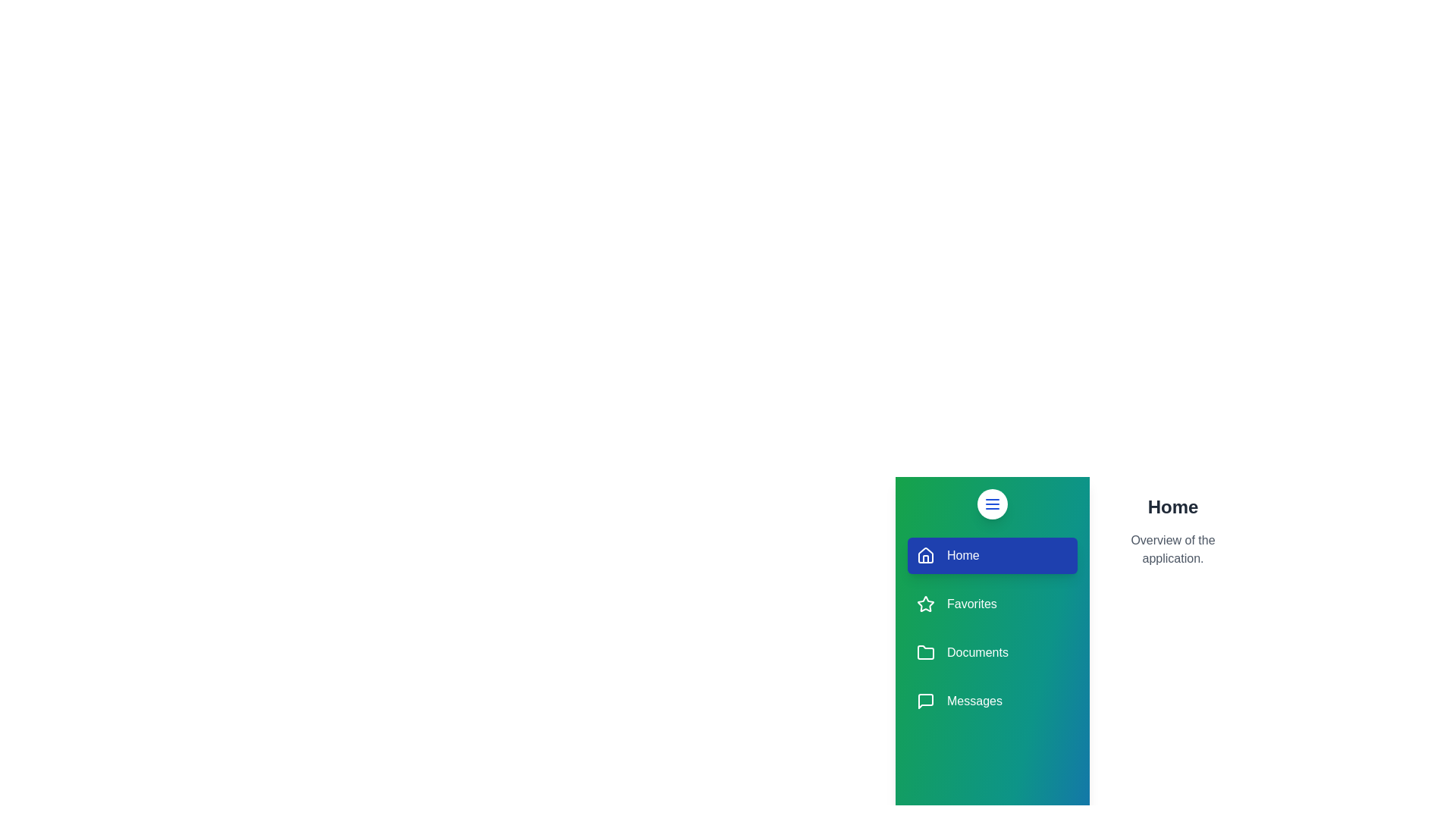 The height and width of the screenshot is (819, 1456). What do you see at coordinates (993, 701) in the screenshot?
I see `the Messages section in the drawer menu to highlight it` at bounding box center [993, 701].